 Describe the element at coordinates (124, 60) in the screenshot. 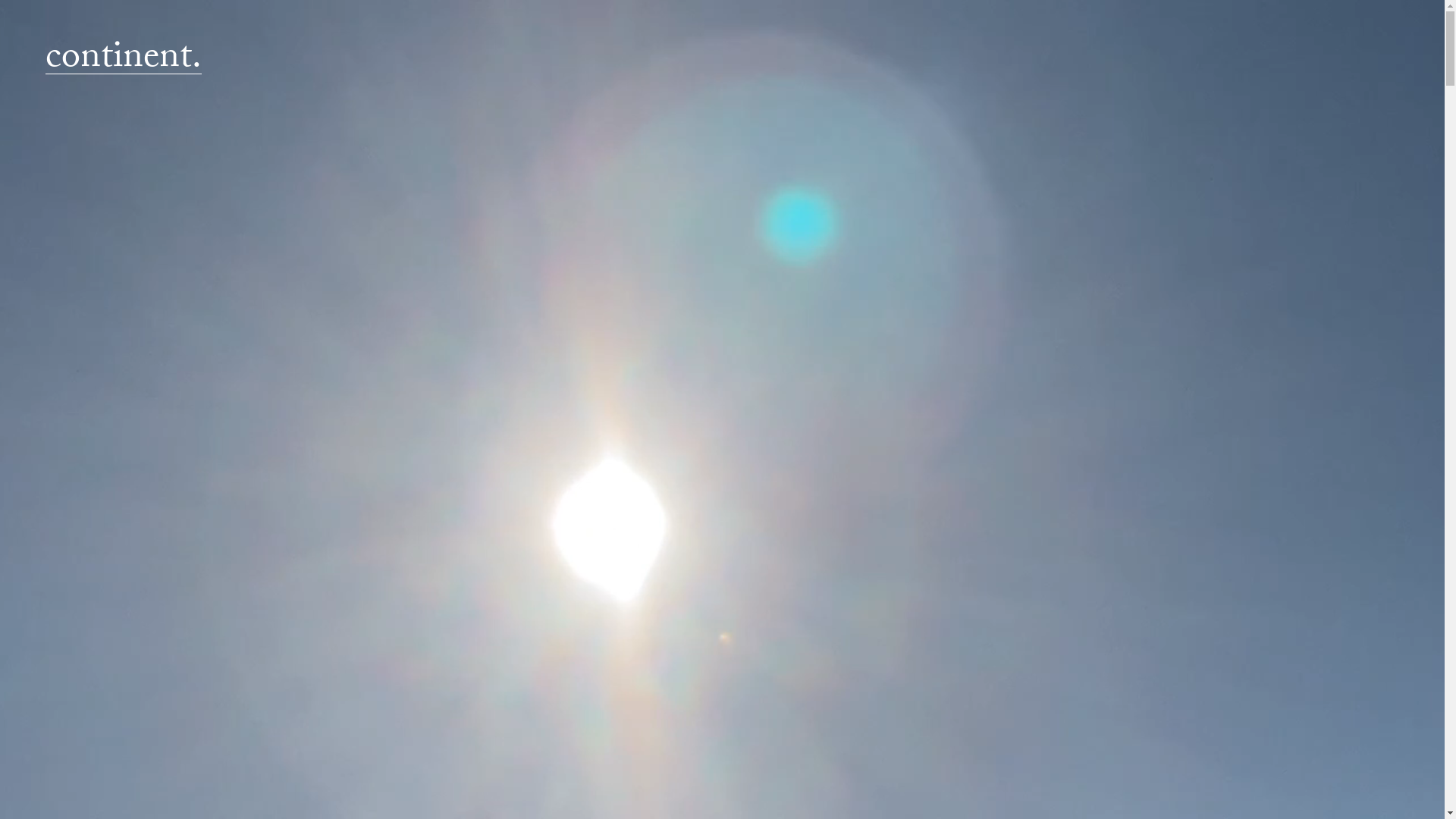

I see `'continent.'` at that location.